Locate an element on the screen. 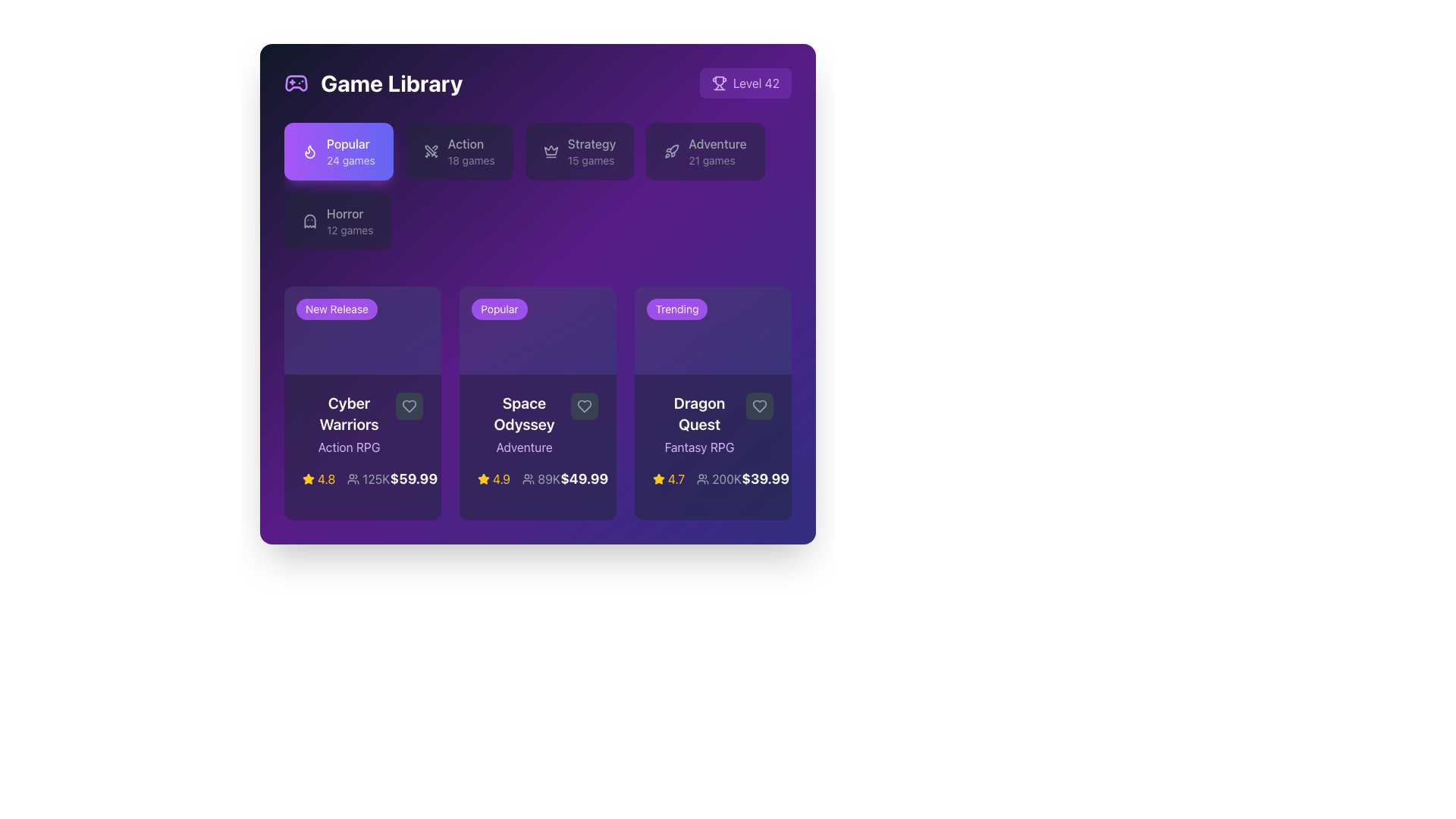 The height and width of the screenshot is (819, 1456). text label displaying '200K' in light gray color, positioned below the rating score and next to the user icon in the Dragon Quest card is located at coordinates (726, 479).